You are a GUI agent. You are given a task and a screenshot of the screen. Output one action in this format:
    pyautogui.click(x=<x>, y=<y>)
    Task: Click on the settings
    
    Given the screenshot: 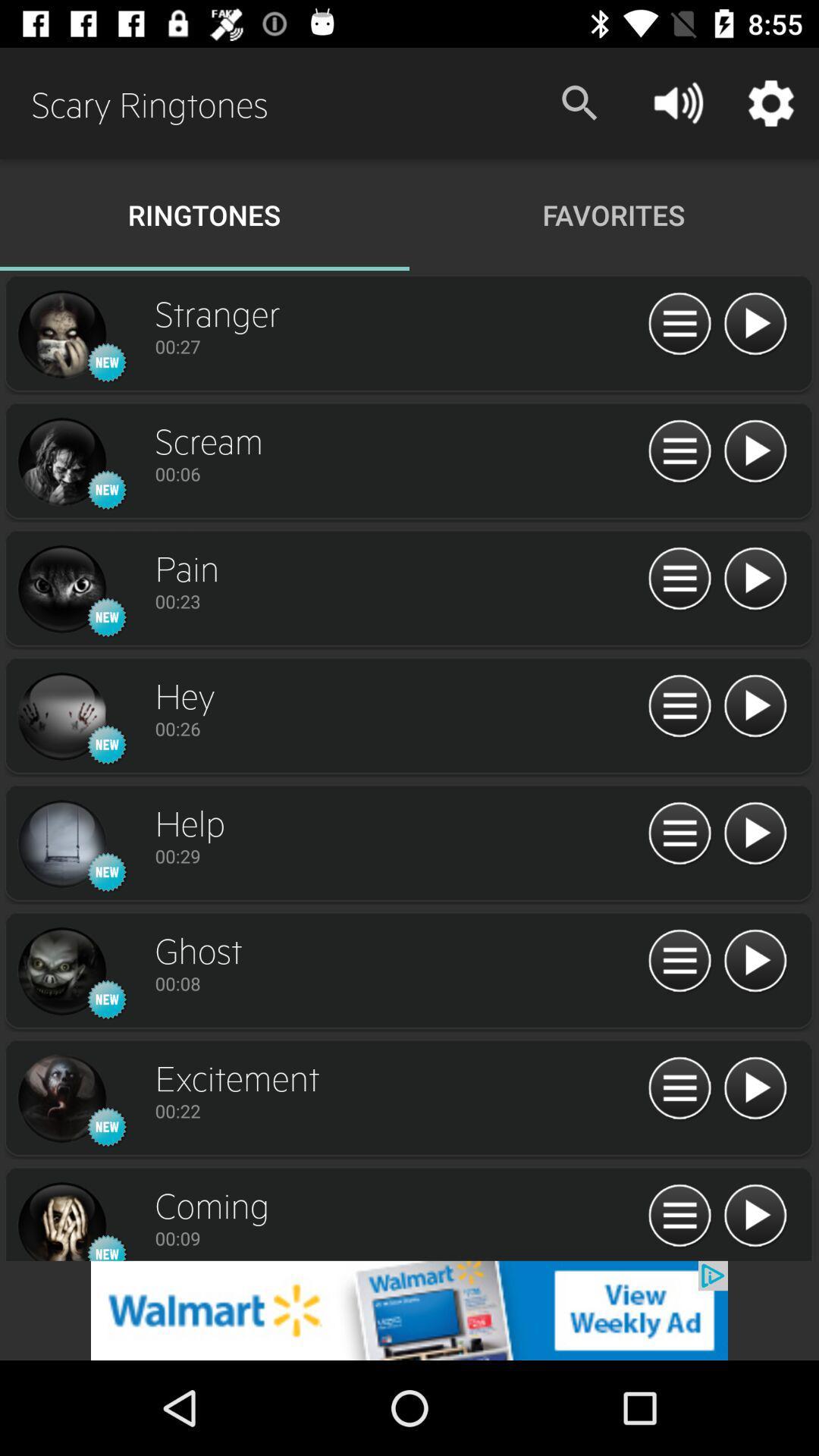 What is the action you would take?
    pyautogui.click(x=679, y=1216)
    